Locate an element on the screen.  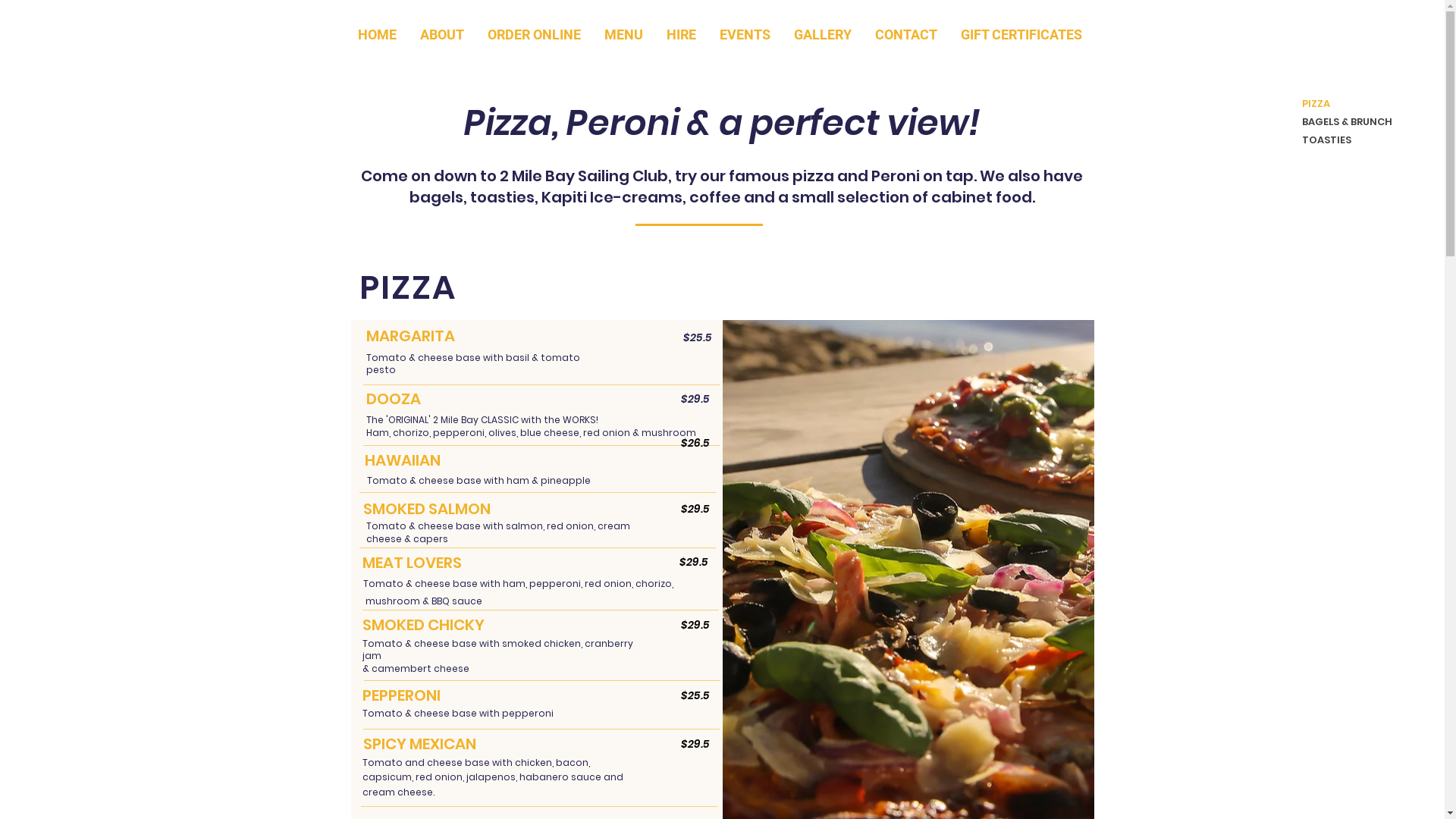
'HIRE' is located at coordinates (680, 34).